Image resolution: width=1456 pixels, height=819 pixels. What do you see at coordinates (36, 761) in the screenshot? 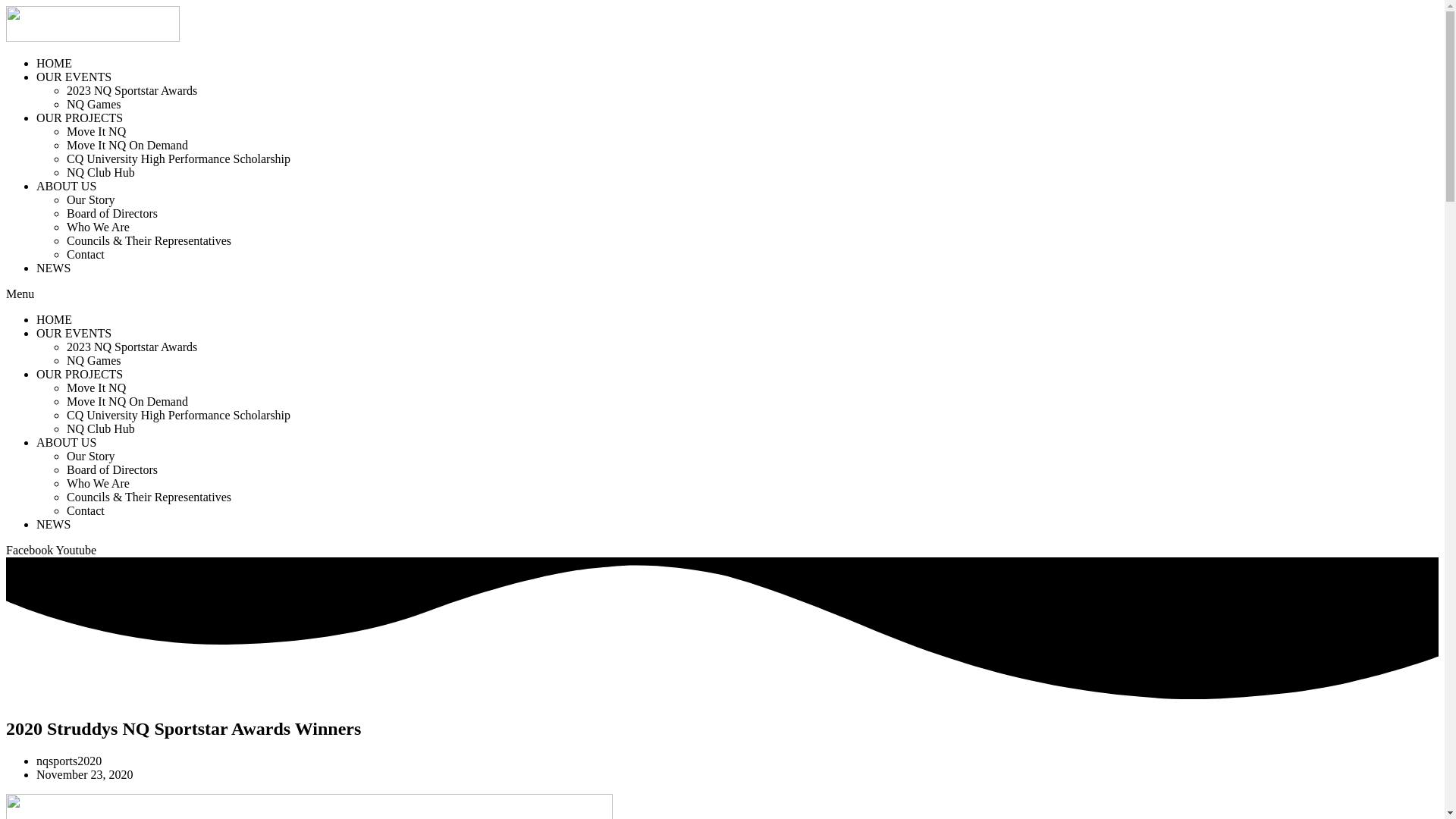
I see `'nqsports2020'` at bounding box center [36, 761].